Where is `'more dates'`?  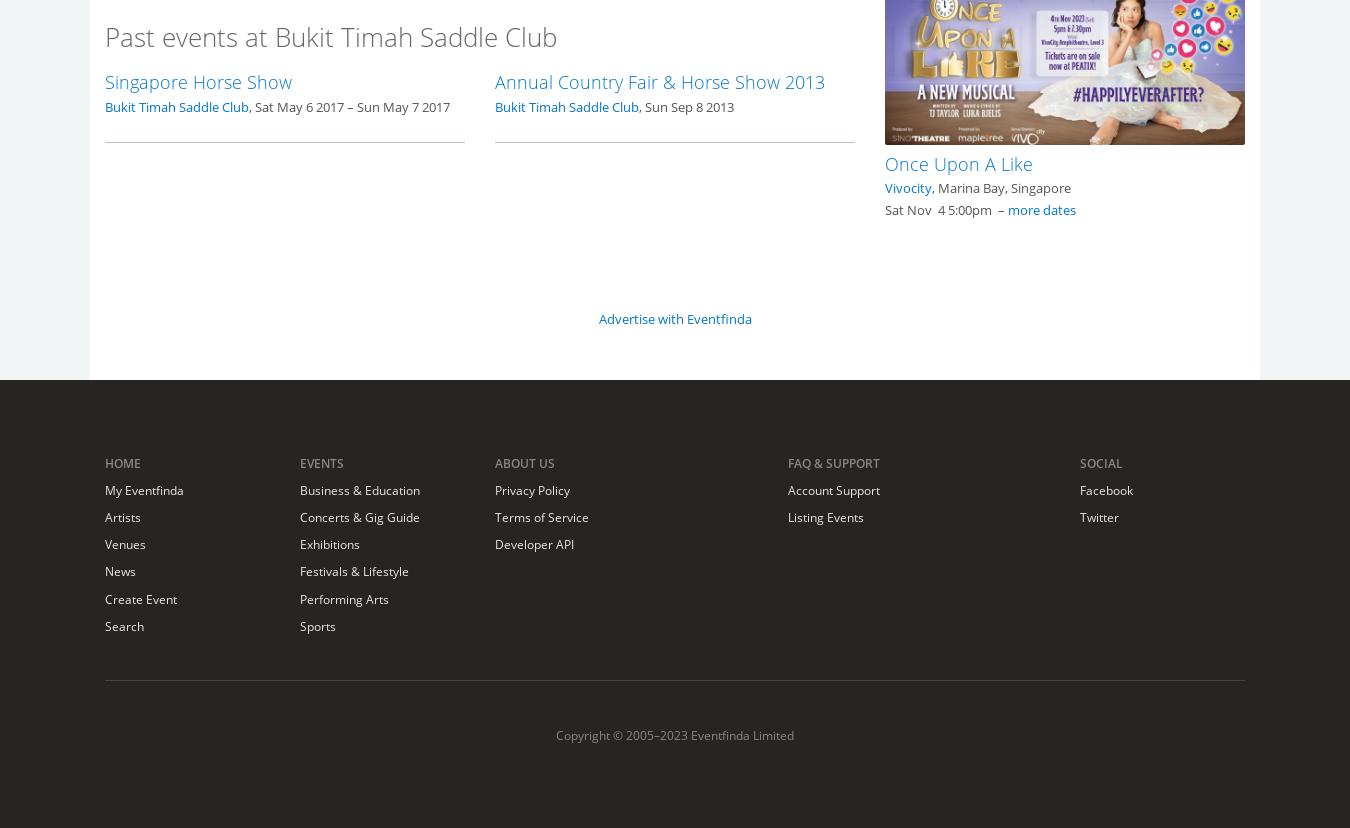
'more dates' is located at coordinates (1042, 209).